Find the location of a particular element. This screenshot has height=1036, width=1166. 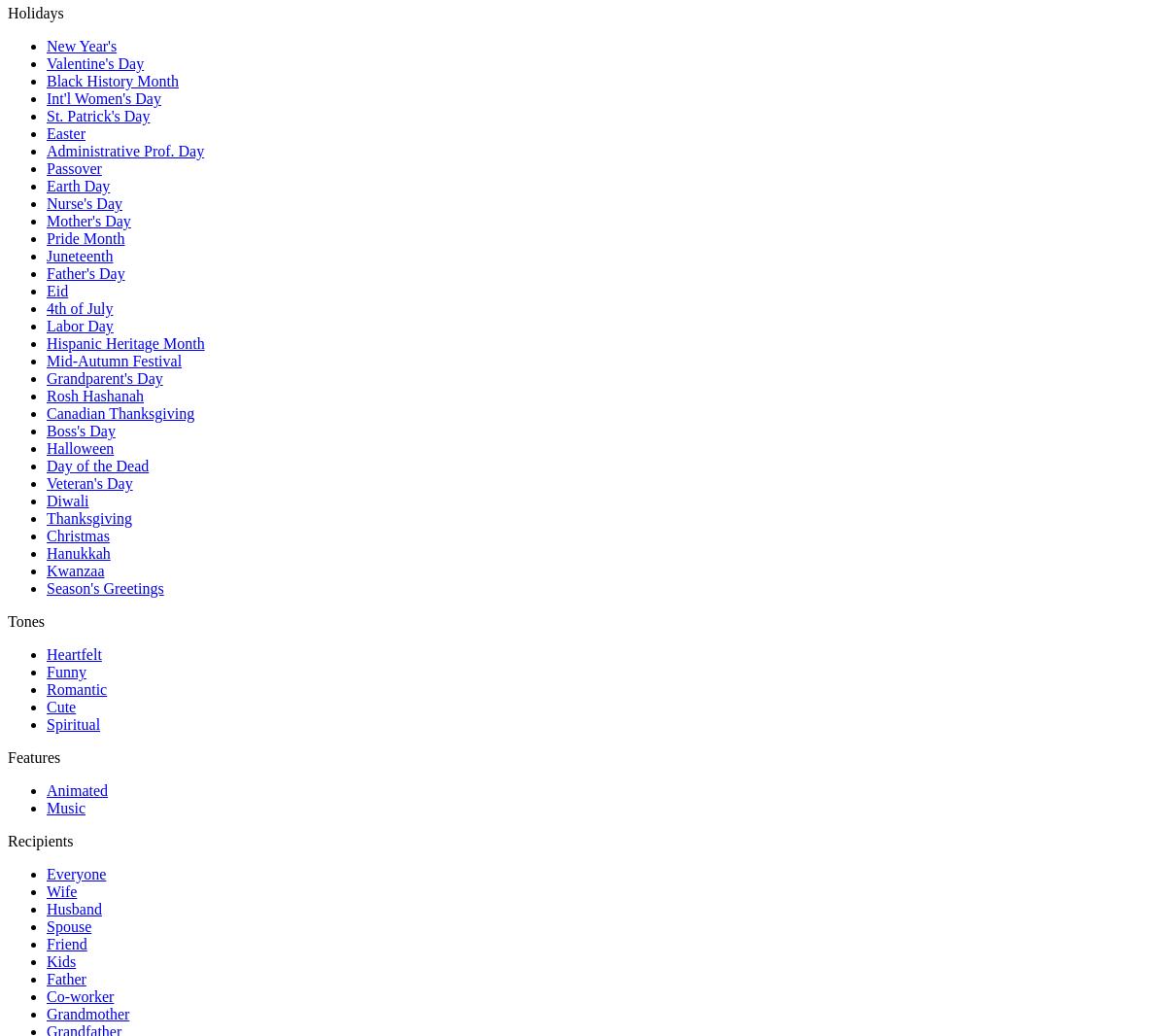

'Animated' is located at coordinates (77, 790).